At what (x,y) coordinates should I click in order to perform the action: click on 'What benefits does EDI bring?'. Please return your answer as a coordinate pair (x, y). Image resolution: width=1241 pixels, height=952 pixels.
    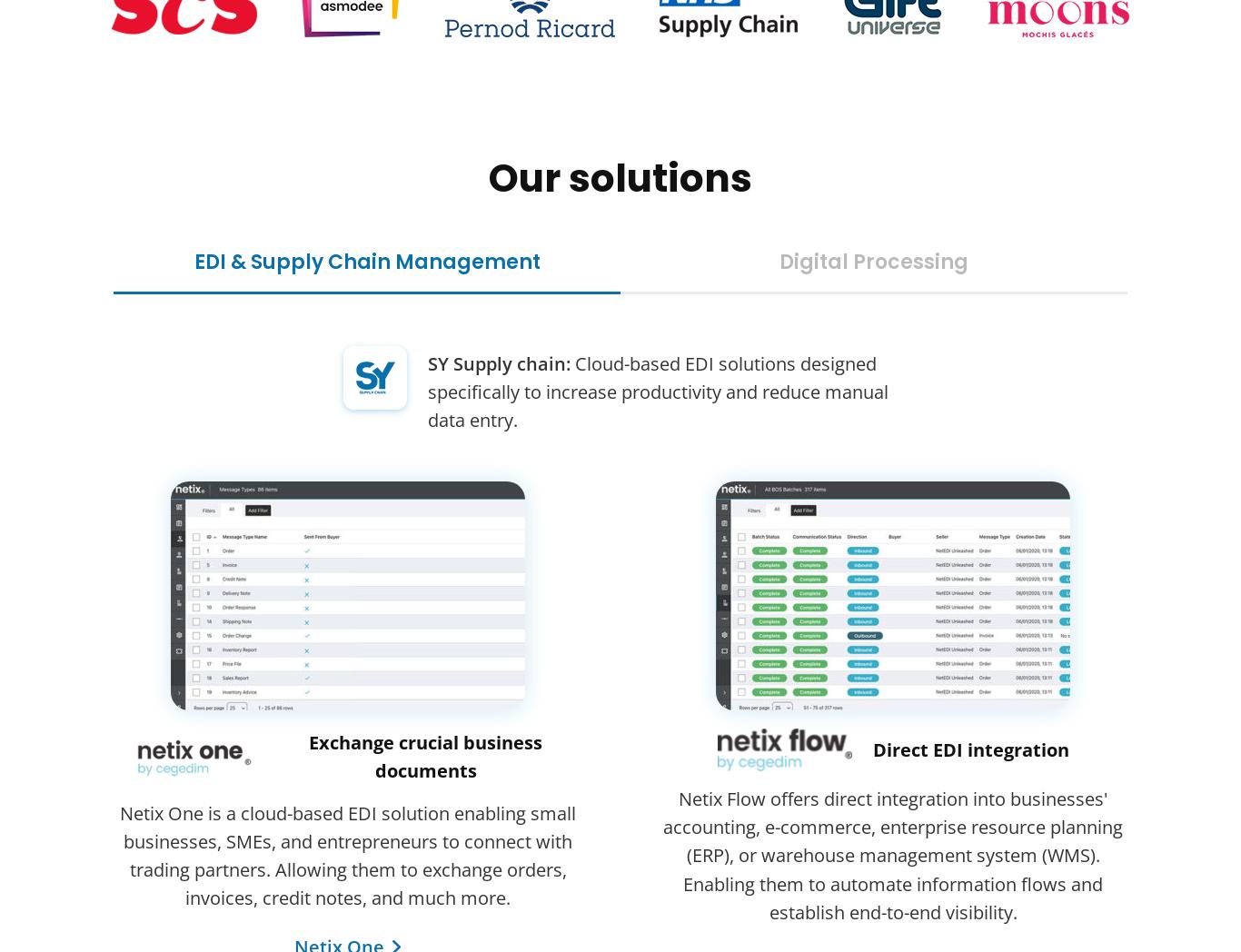
    Looking at the image, I should click on (248, 735).